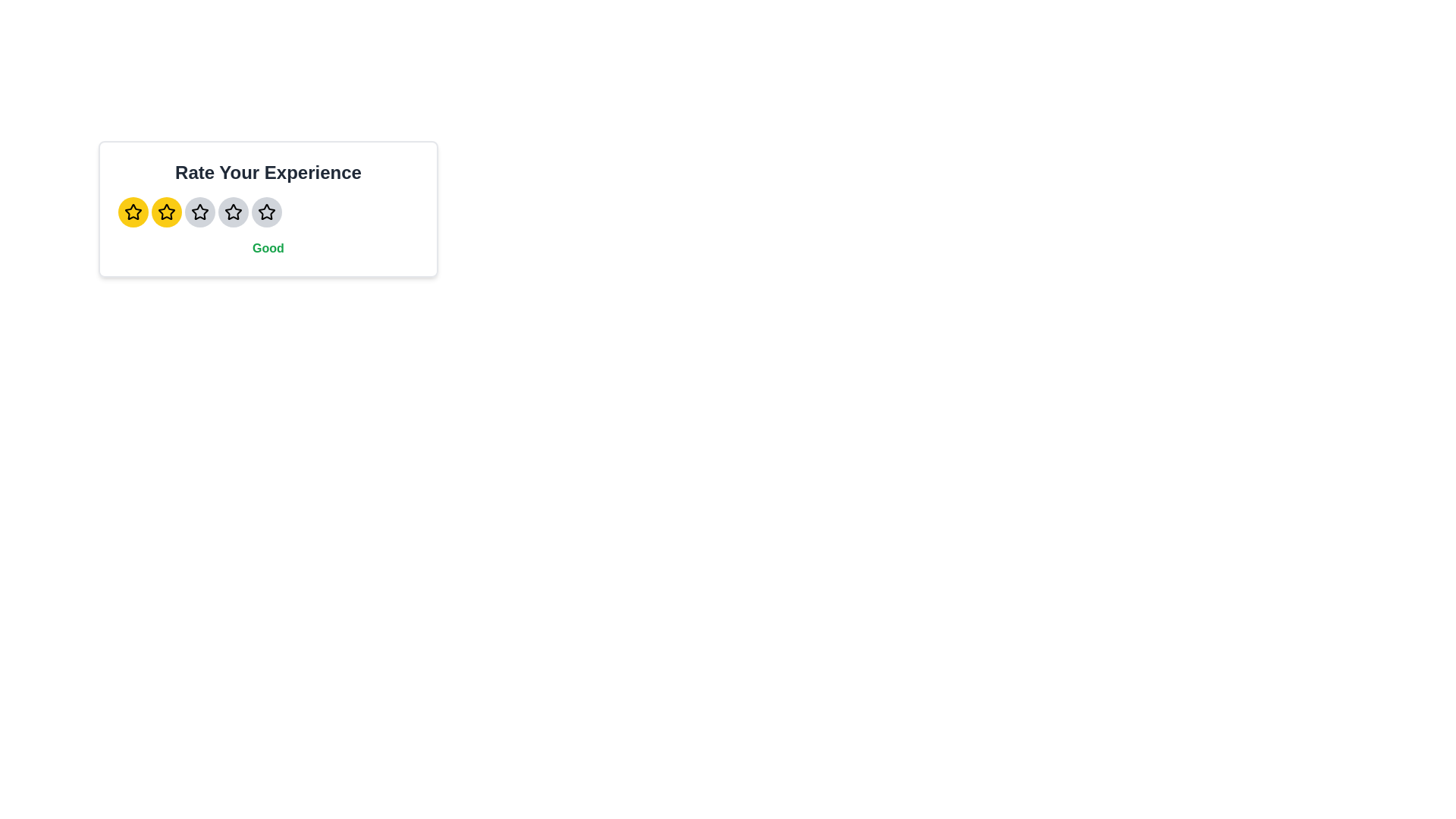 Image resolution: width=1456 pixels, height=819 pixels. Describe the element at coordinates (167, 212) in the screenshot. I see `the second star icon button, which is outlined with a yellow-filled circular background` at that location.